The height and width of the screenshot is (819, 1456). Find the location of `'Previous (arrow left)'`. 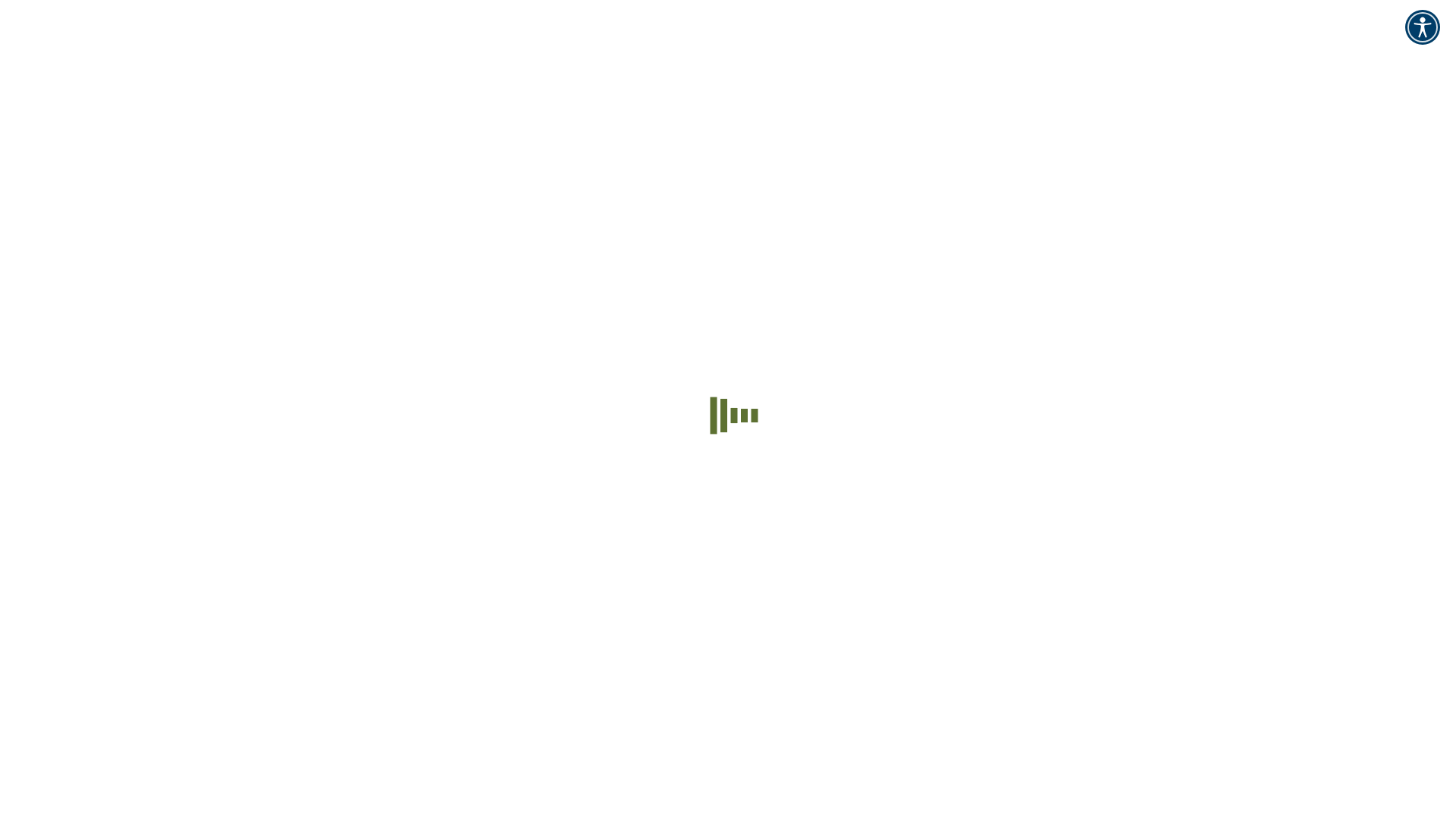

'Previous (arrow left)' is located at coordinates (11, 654).